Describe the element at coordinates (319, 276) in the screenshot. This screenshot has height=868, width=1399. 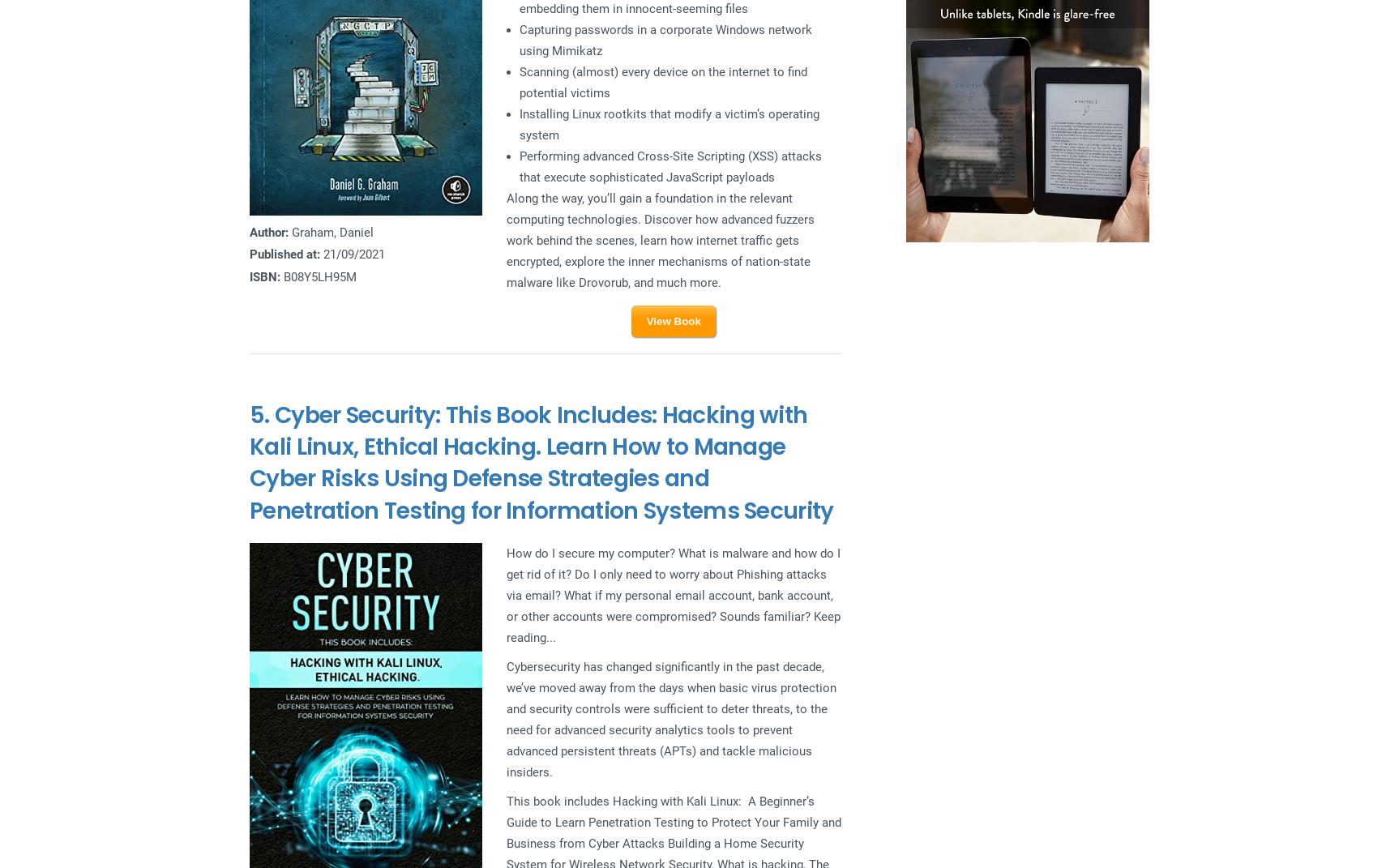
I see `'B08Y5LH95M'` at that location.